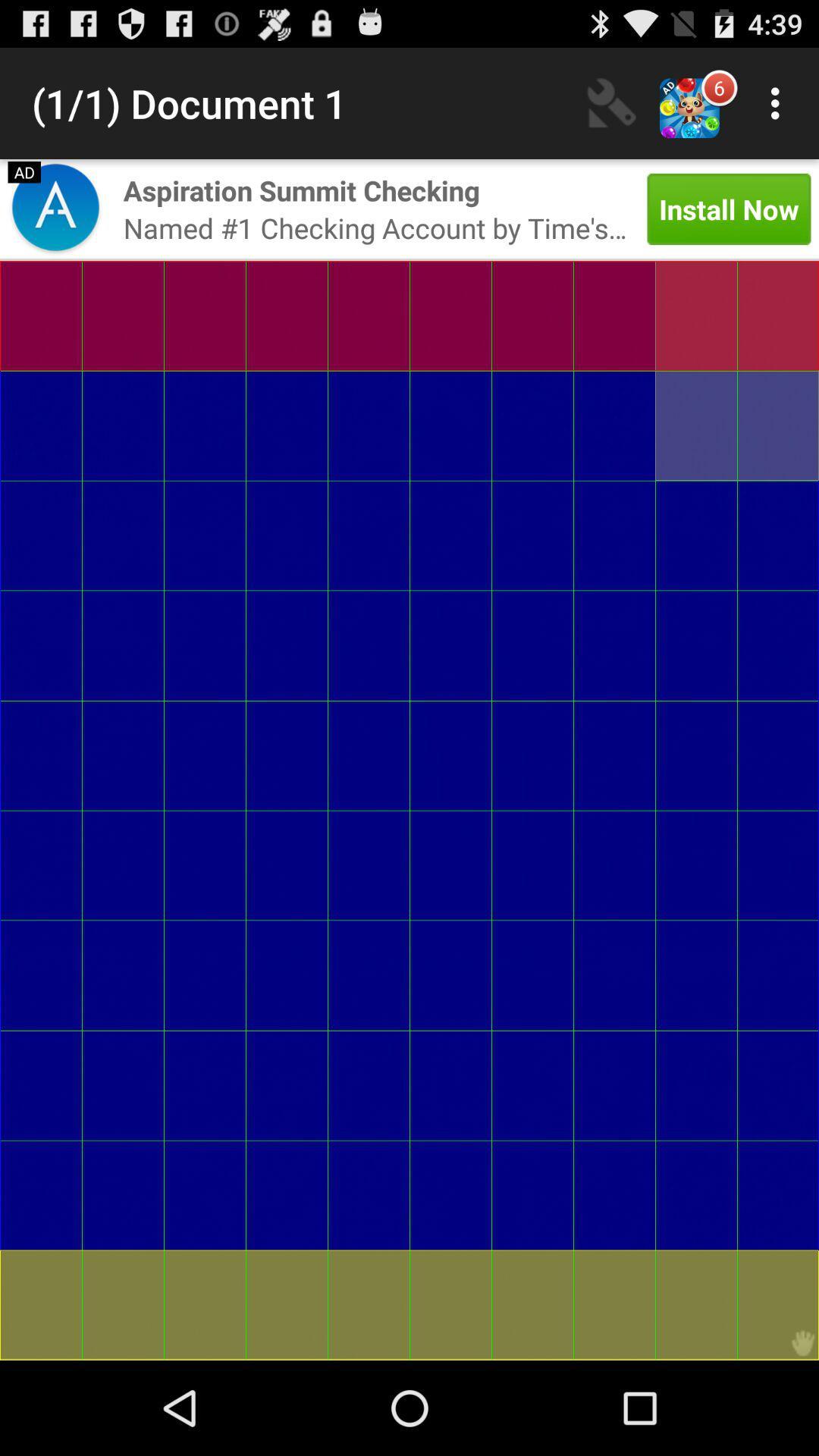 Image resolution: width=819 pixels, height=1456 pixels. Describe the element at coordinates (301, 190) in the screenshot. I see `the icon to the left of install now app` at that location.